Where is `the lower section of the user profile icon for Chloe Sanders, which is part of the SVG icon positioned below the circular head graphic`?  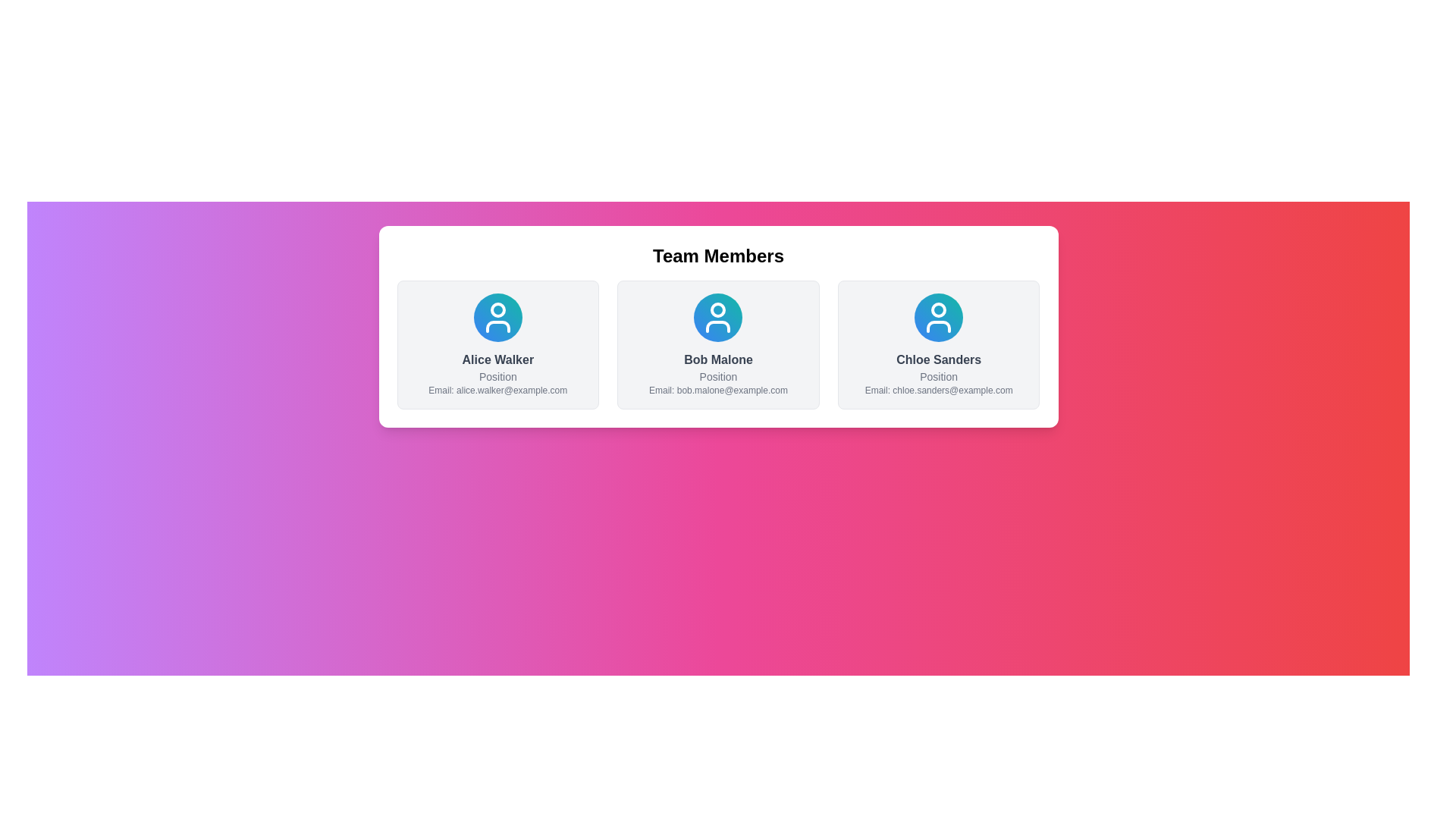 the lower section of the user profile icon for Chloe Sanders, which is part of the SVG icon positioned below the circular head graphic is located at coordinates (938, 326).